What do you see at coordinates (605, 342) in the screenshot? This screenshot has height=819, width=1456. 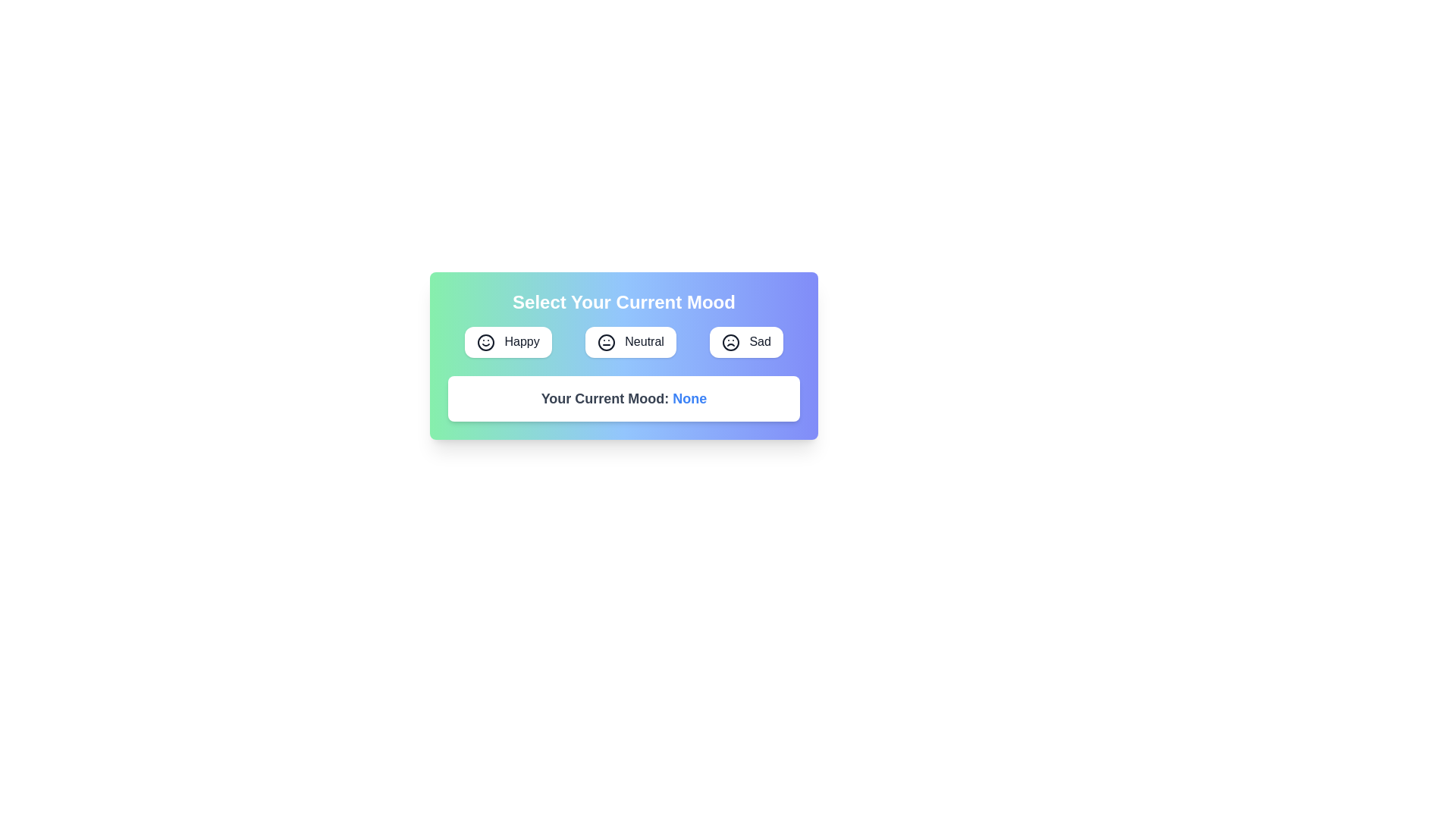 I see `the circular graphic icon that is part of the 'Neutral' button in the mood selection interface` at bounding box center [605, 342].